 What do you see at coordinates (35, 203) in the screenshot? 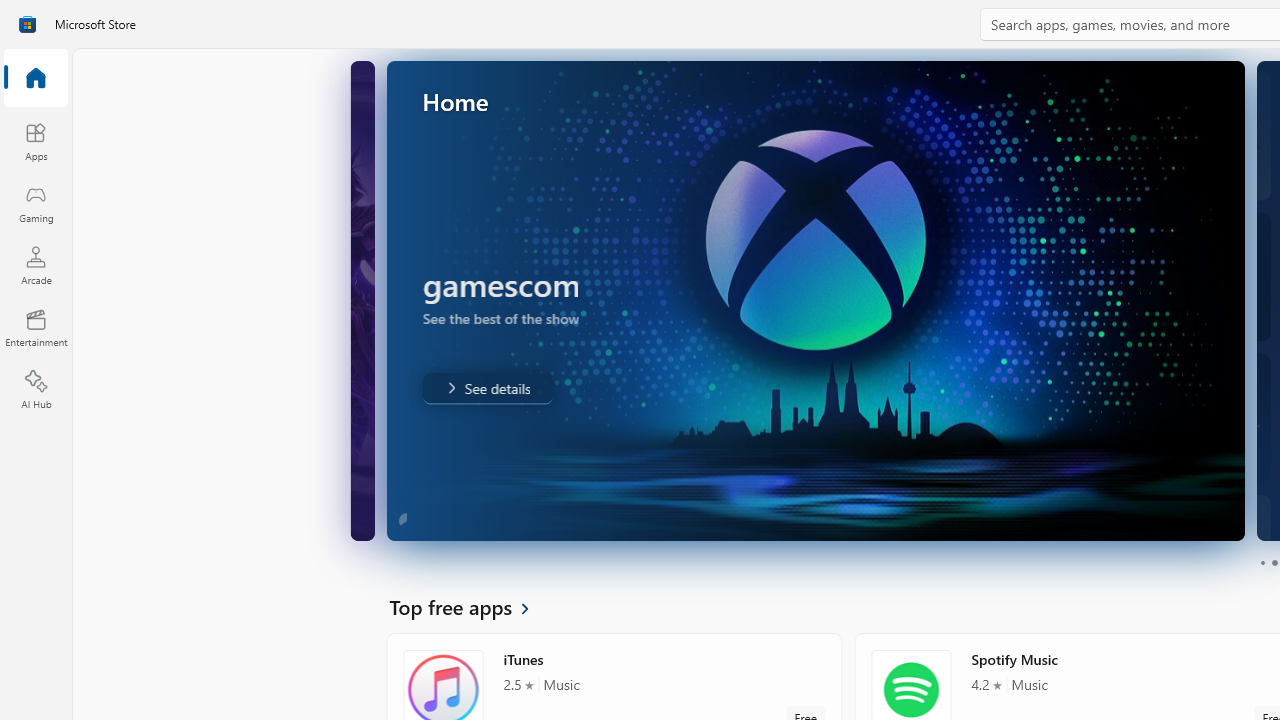
I see `'Gaming'` at bounding box center [35, 203].